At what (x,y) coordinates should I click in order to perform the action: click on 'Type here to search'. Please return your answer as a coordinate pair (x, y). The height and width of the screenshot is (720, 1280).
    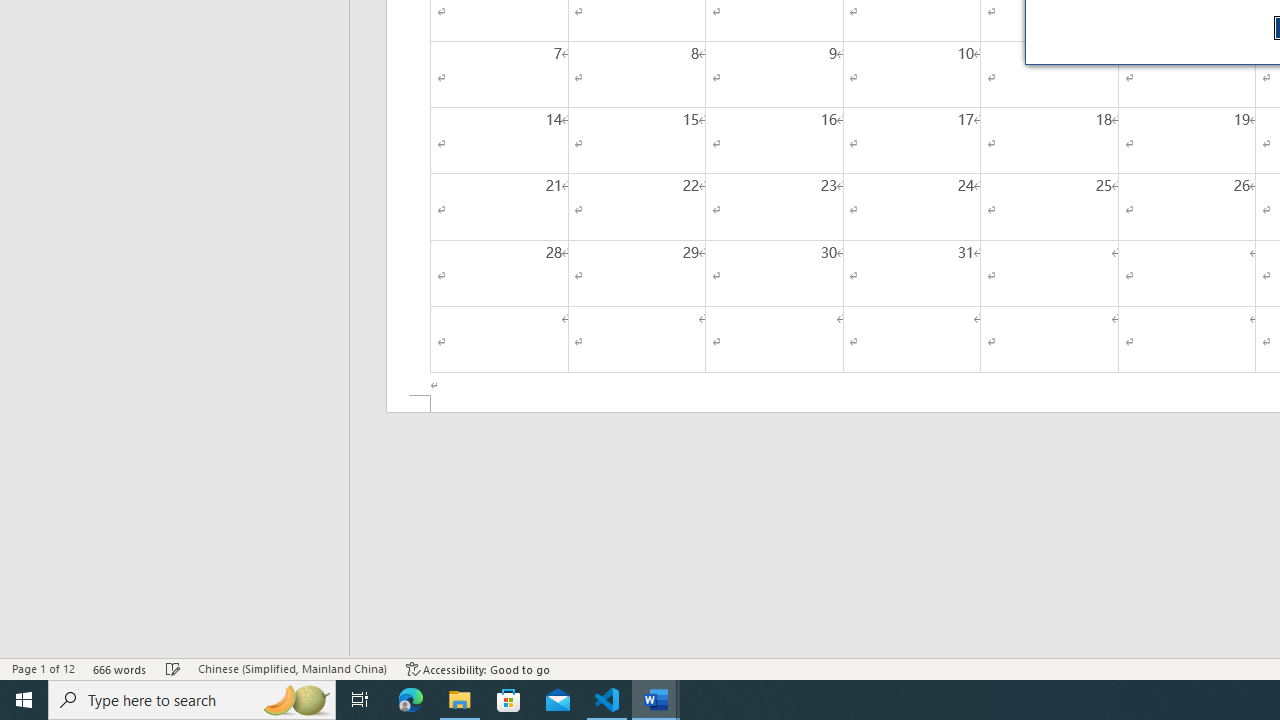
    Looking at the image, I should click on (192, 698).